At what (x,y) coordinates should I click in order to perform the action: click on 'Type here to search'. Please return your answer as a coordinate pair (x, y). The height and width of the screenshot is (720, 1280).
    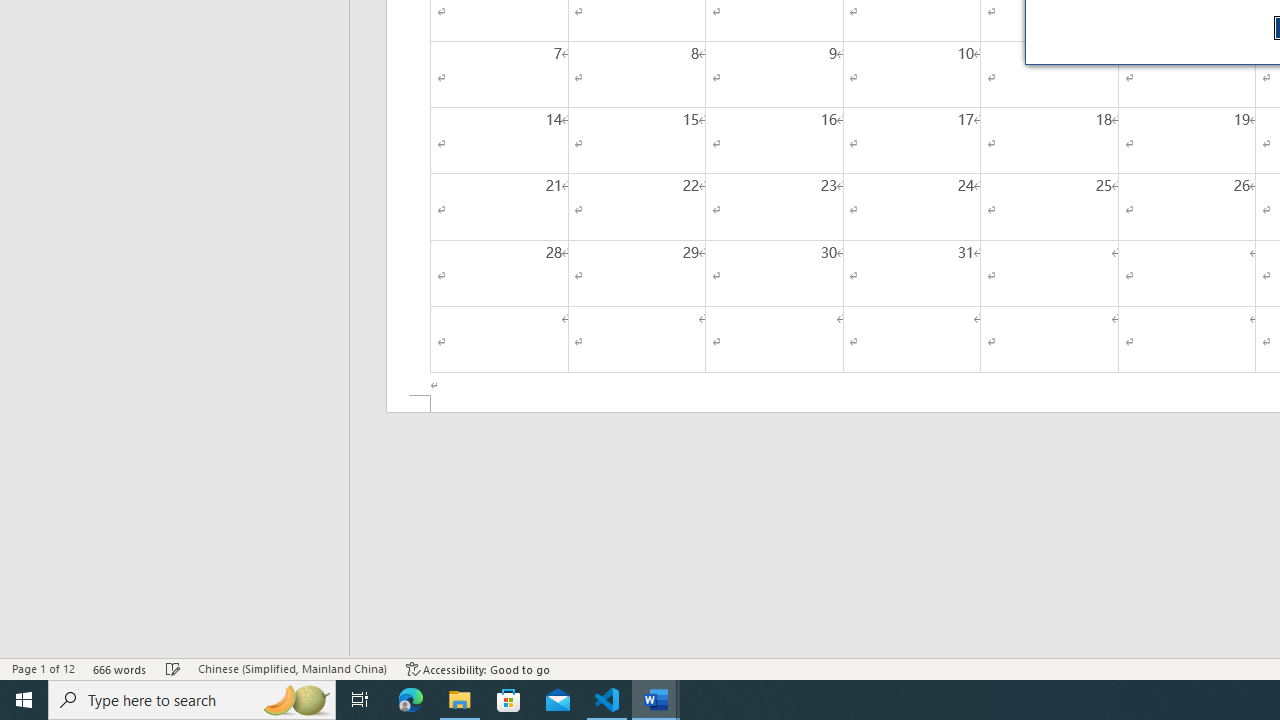
    Looking at the image, I should click on (192, 698).